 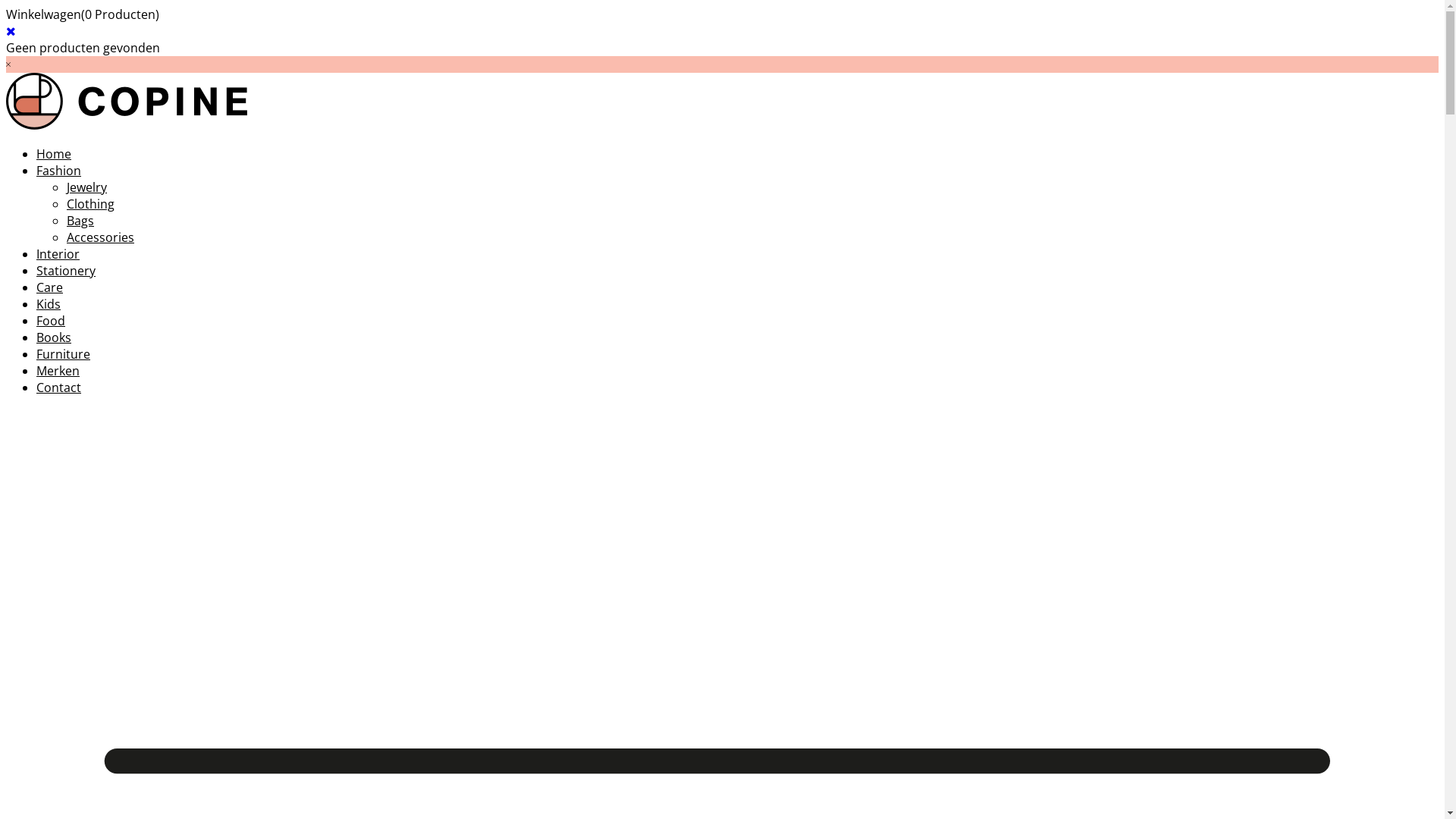 What do you see at coordinates (58, 371) in the screenshot?
I see `'Merken'` at bounding box center [58, 371].